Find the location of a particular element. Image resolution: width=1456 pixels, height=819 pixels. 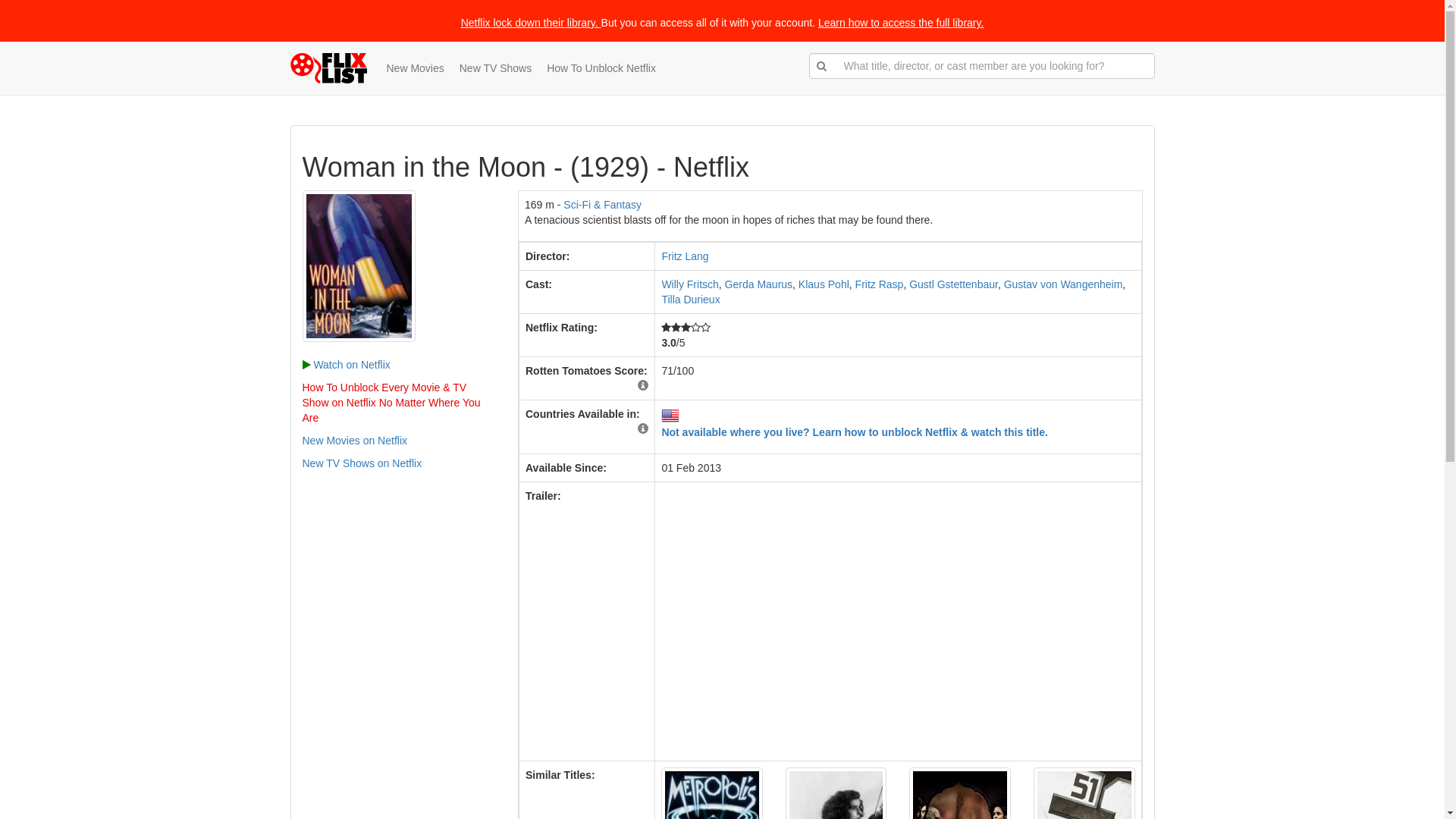

'Learn how to access the full library.' is located at coordinates (901, 23).